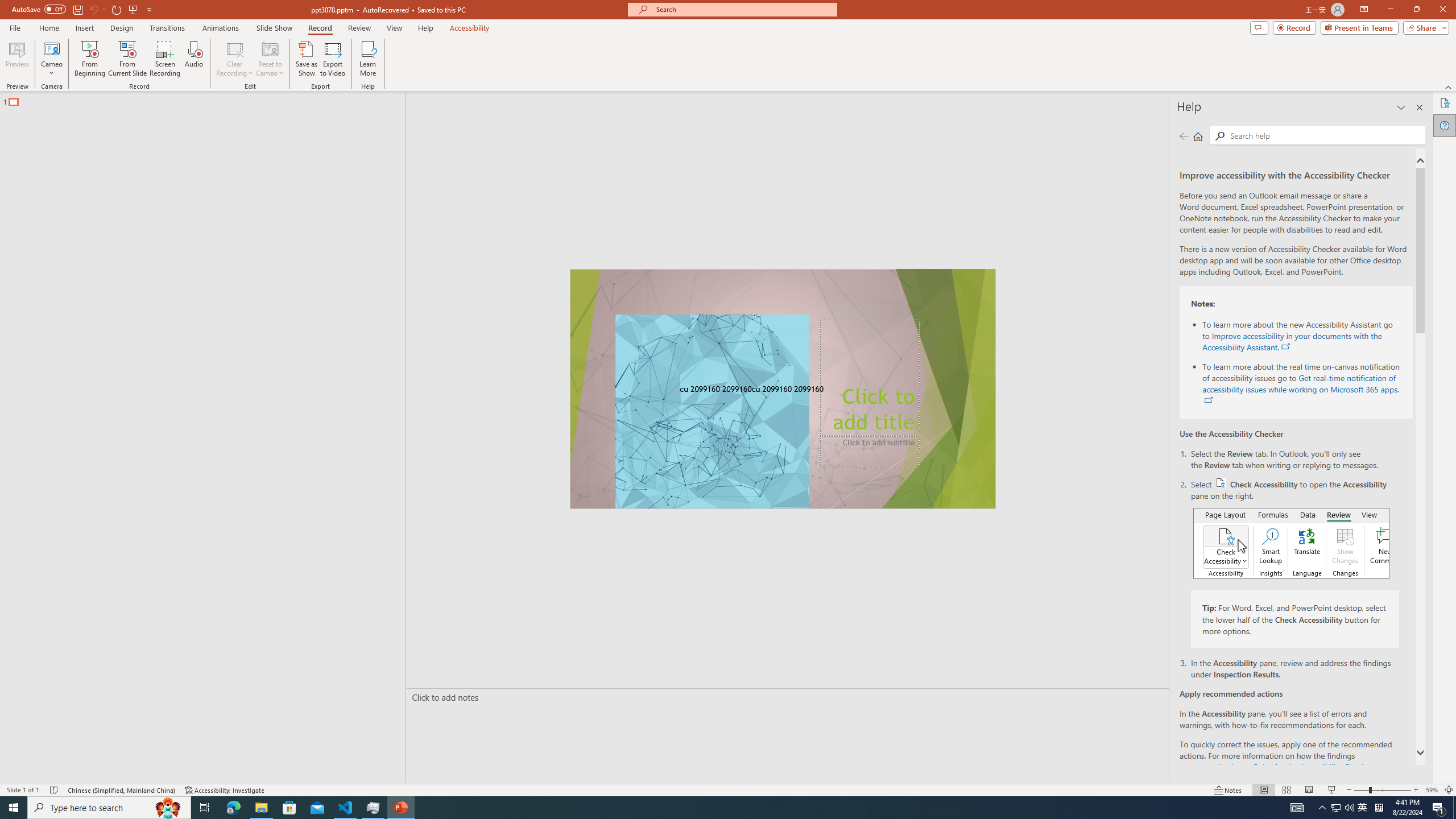 This screenshot has width=1456, height=819. I want to click on 'An abstract genetic concept', so click(783, 388).